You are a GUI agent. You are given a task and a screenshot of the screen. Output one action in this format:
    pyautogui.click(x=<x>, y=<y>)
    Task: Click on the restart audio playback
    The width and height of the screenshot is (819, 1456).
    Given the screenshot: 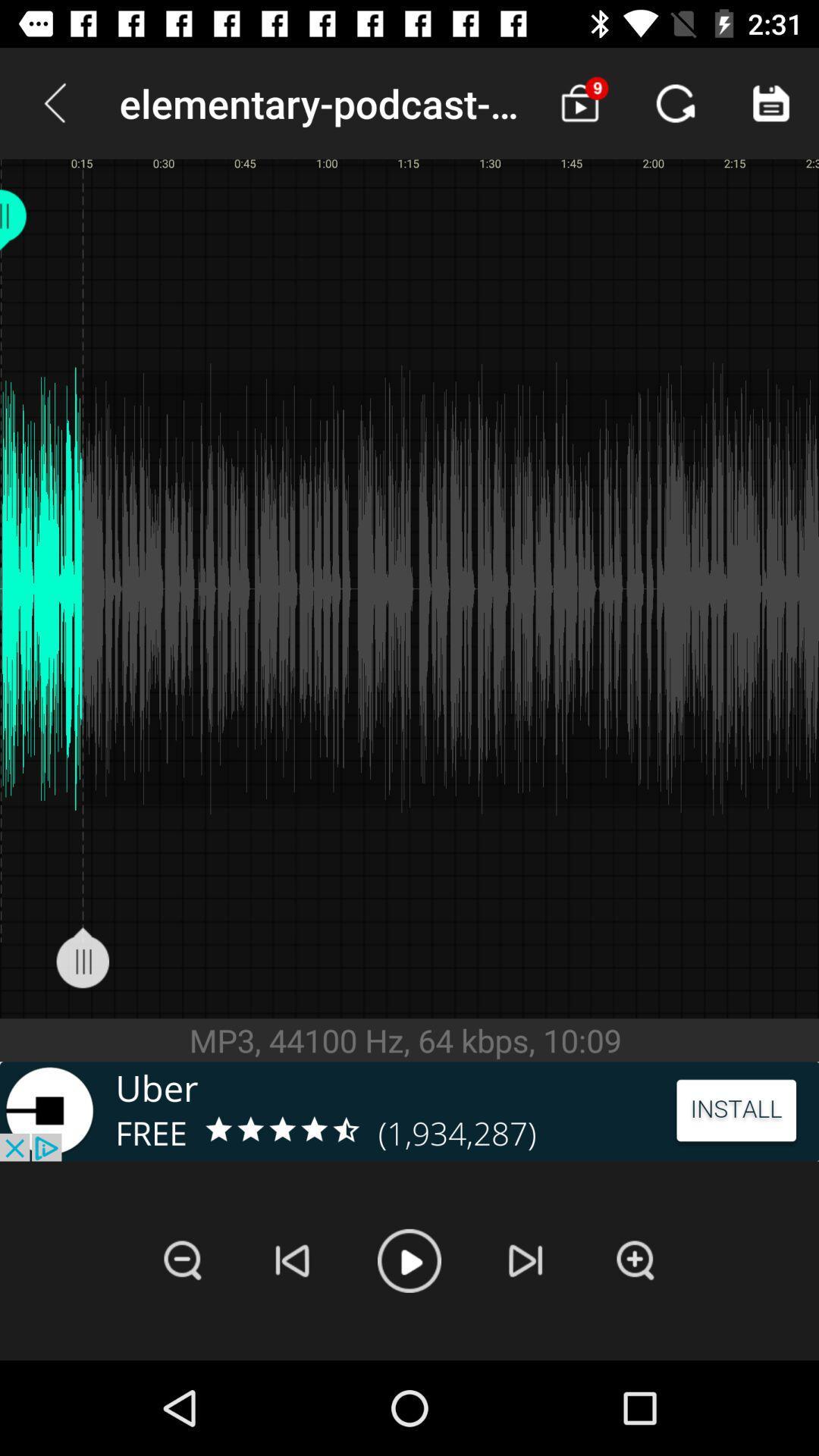 What is the action you would take?
    pyautogui.click(x=293, y=1260)
    